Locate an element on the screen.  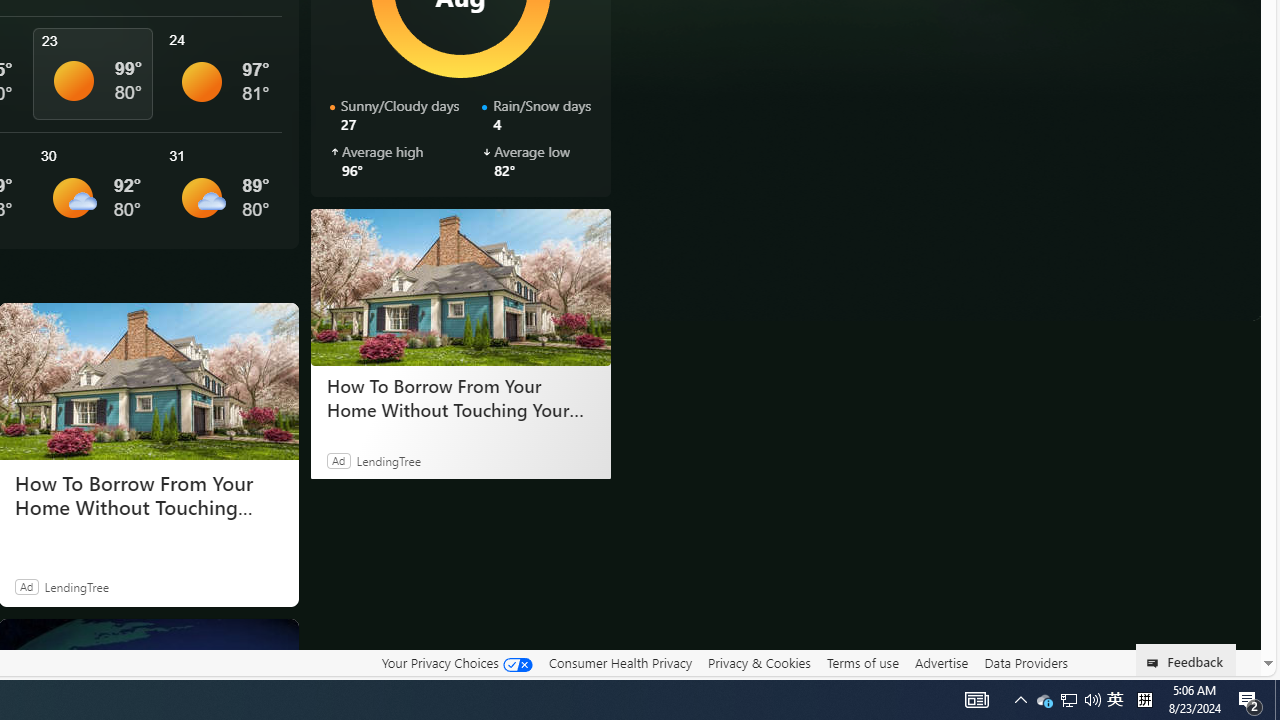
'Terms of use' is located at coordinates (862, 663).